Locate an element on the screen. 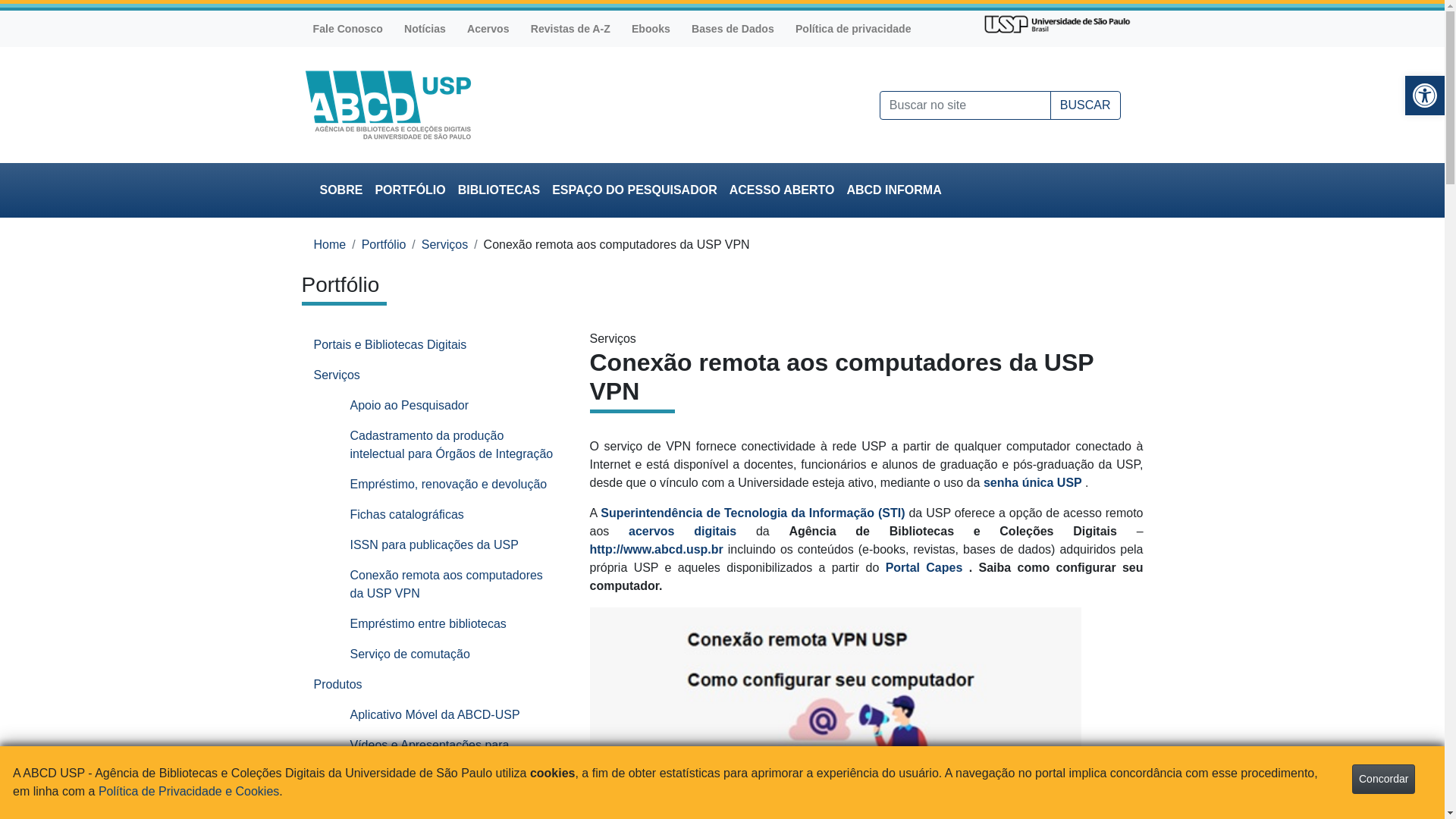  'ACESSO ABERTO' is located at coordinates (782, 189).